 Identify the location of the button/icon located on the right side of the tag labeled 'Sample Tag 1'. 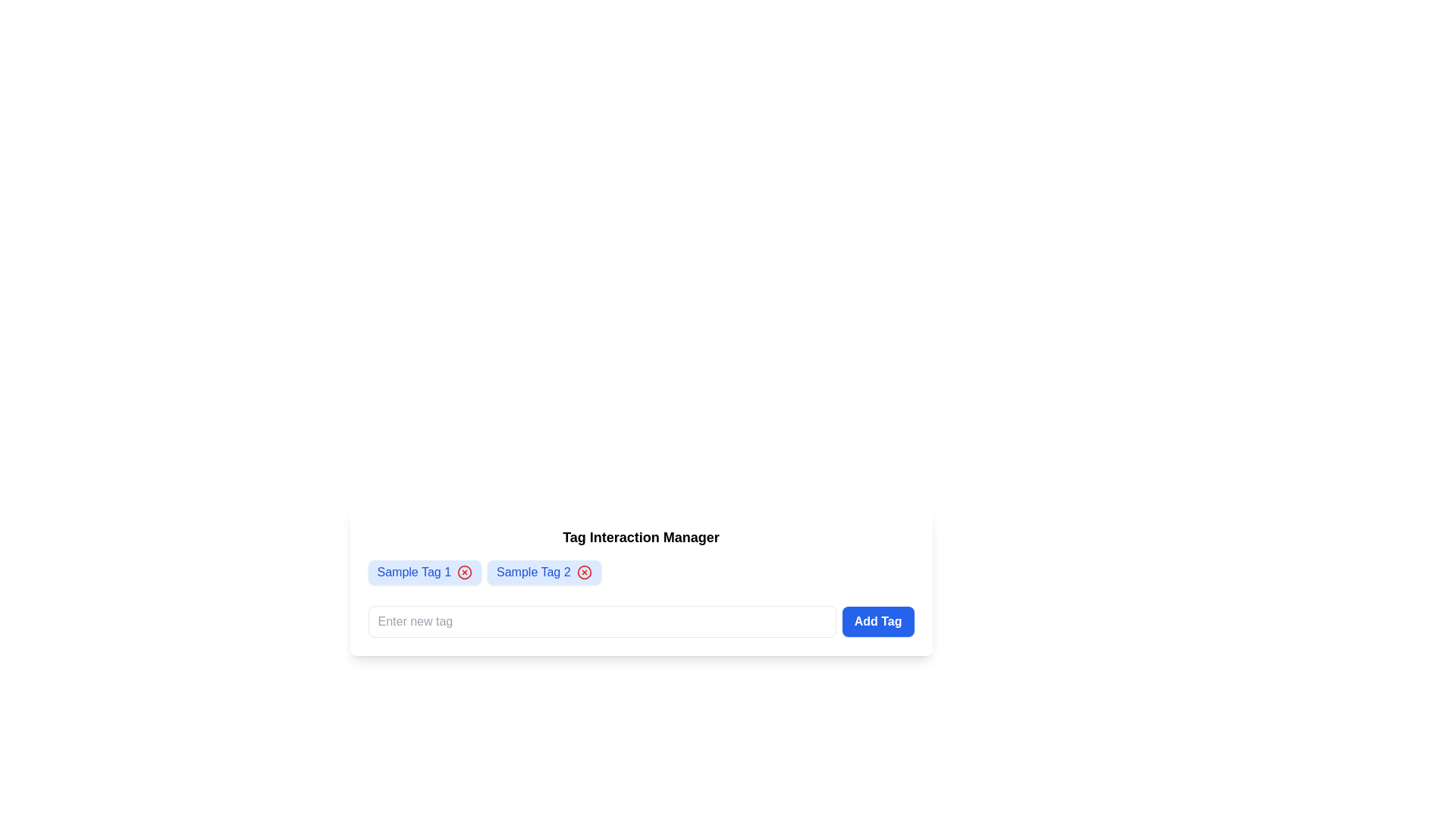
(464, 573).